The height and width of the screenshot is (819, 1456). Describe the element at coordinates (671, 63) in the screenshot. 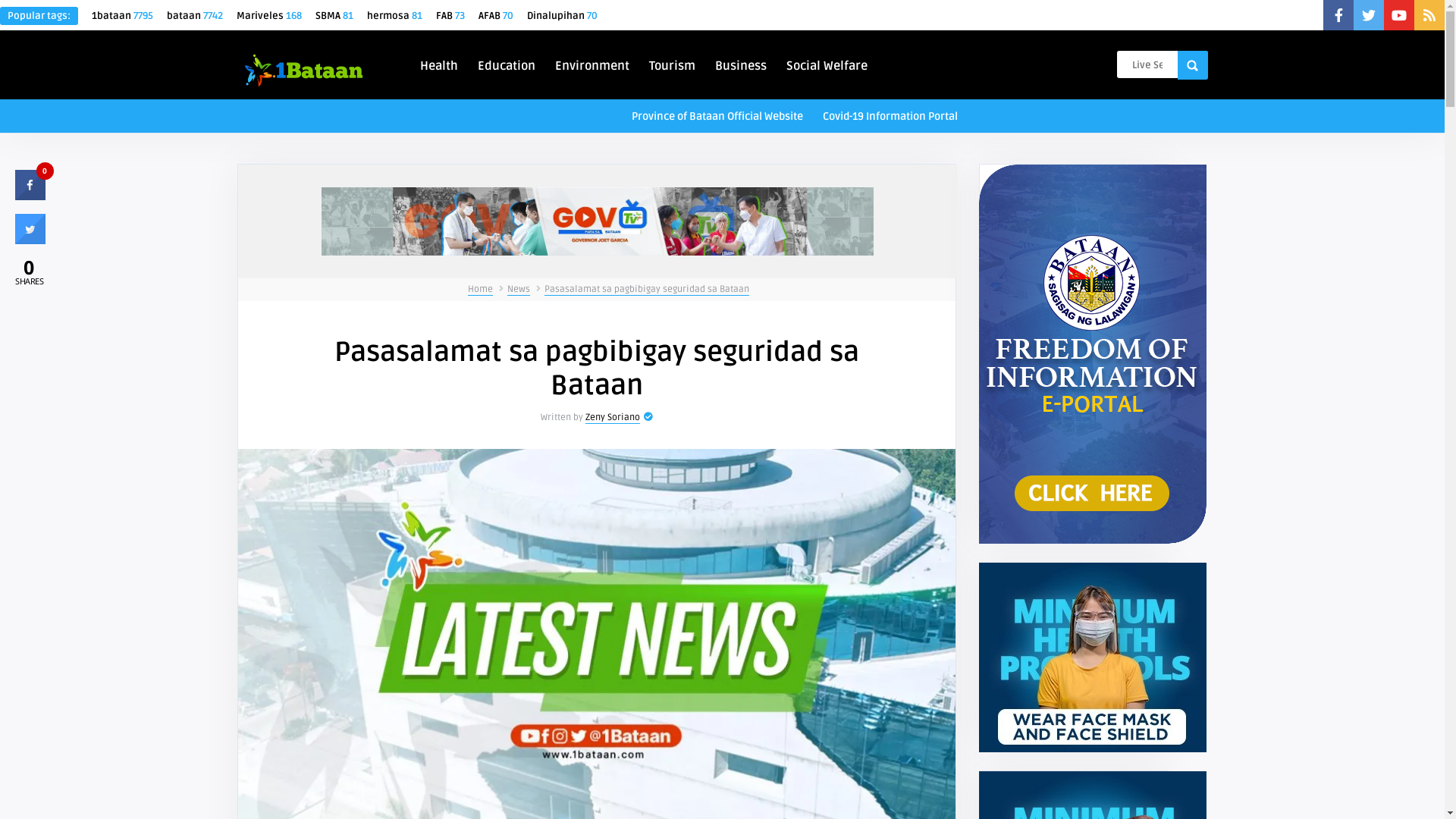

I see `'Tourism'` at that location.